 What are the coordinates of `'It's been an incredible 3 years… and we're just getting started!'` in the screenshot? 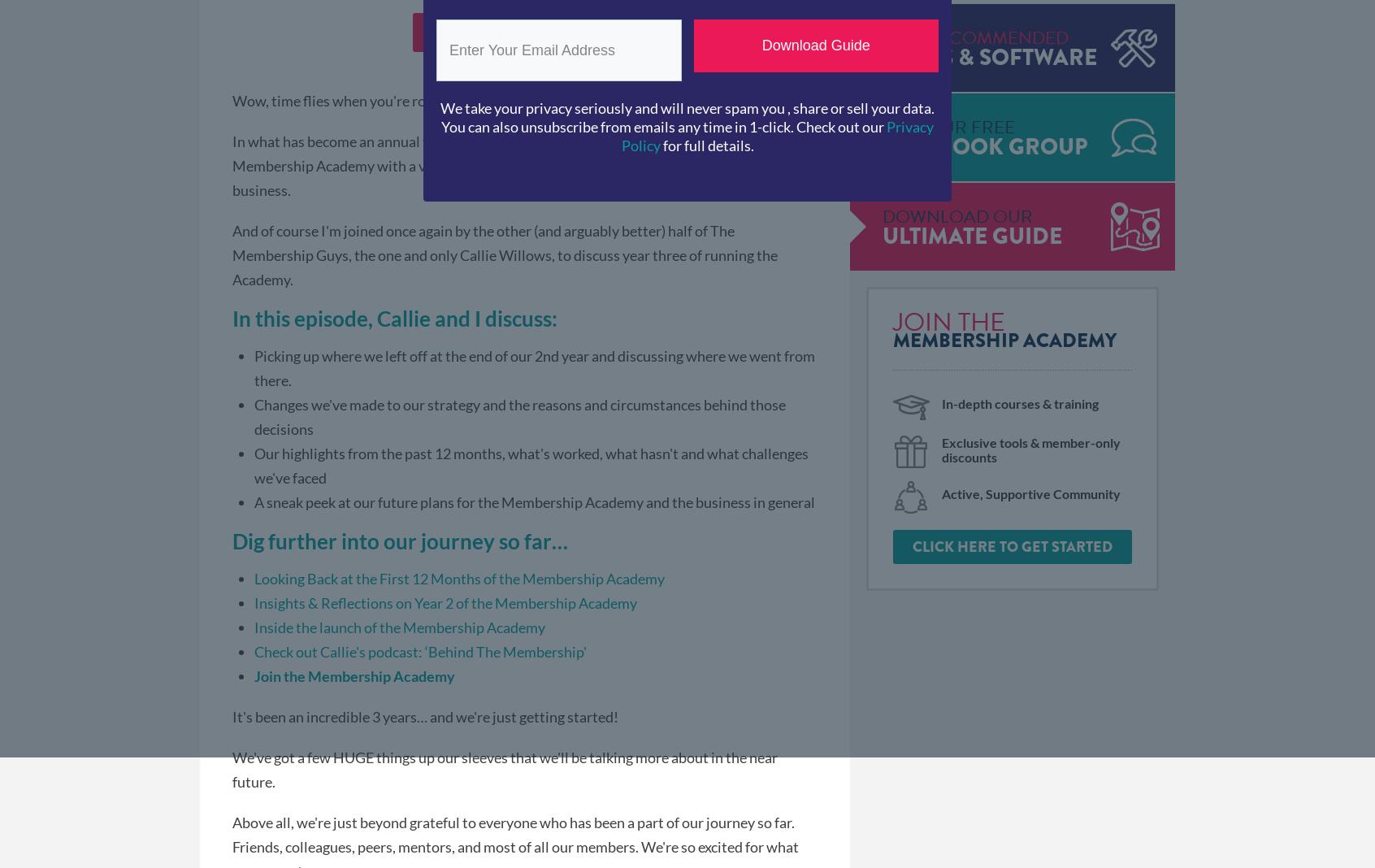 It's located at (231, 714).